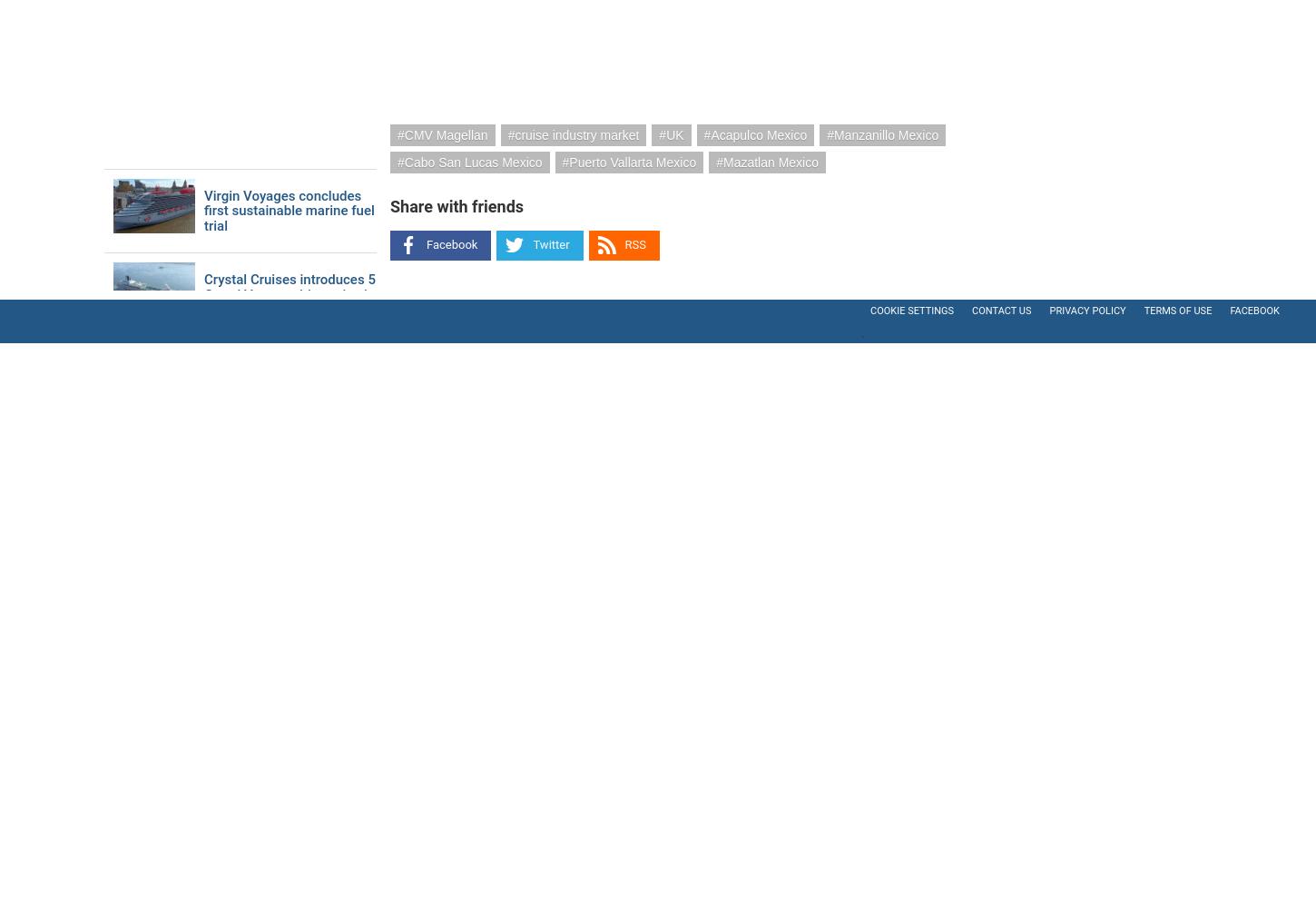  What do you see at coordinates (575, 135) in the screenshot?
I see `'cruise industry market'` at bounding box center [575, 135].